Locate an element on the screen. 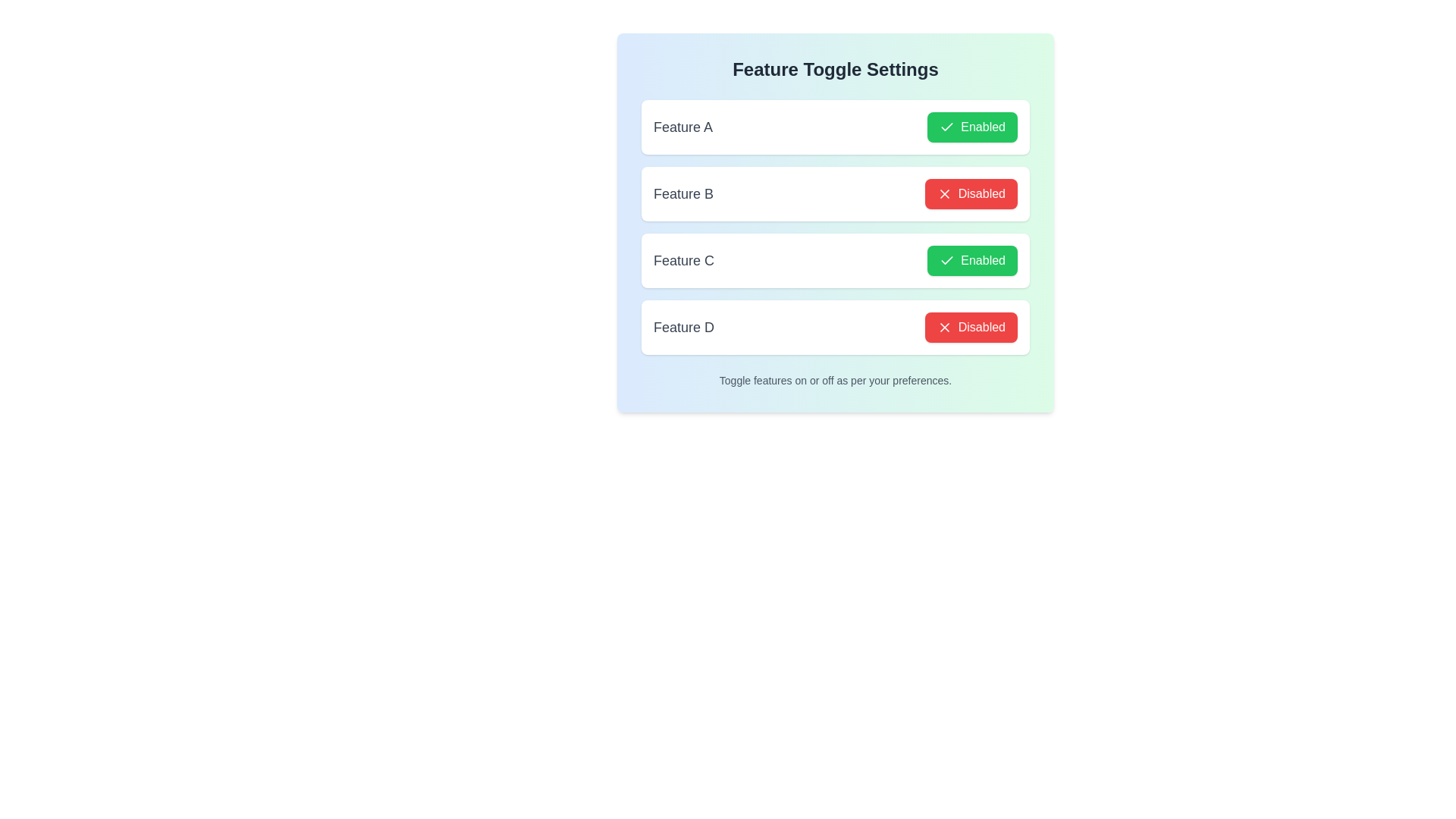 This screenshot has width=1456, height=819. the button located under the 'Feature B' row is located at coordinates (971, 193).